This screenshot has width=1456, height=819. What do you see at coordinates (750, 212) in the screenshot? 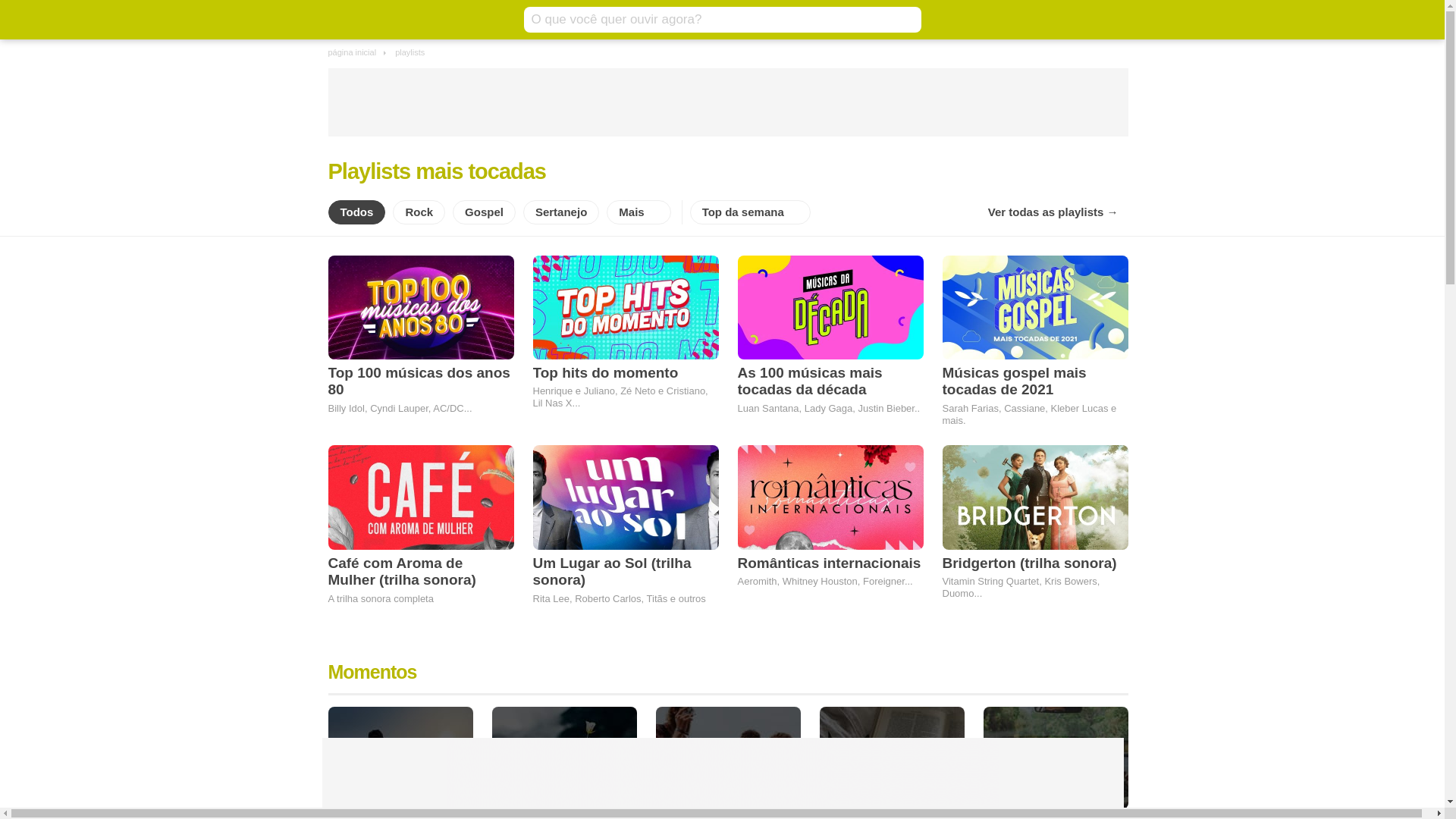
I see `'Top da semana'` at bounding box center [750, 212].